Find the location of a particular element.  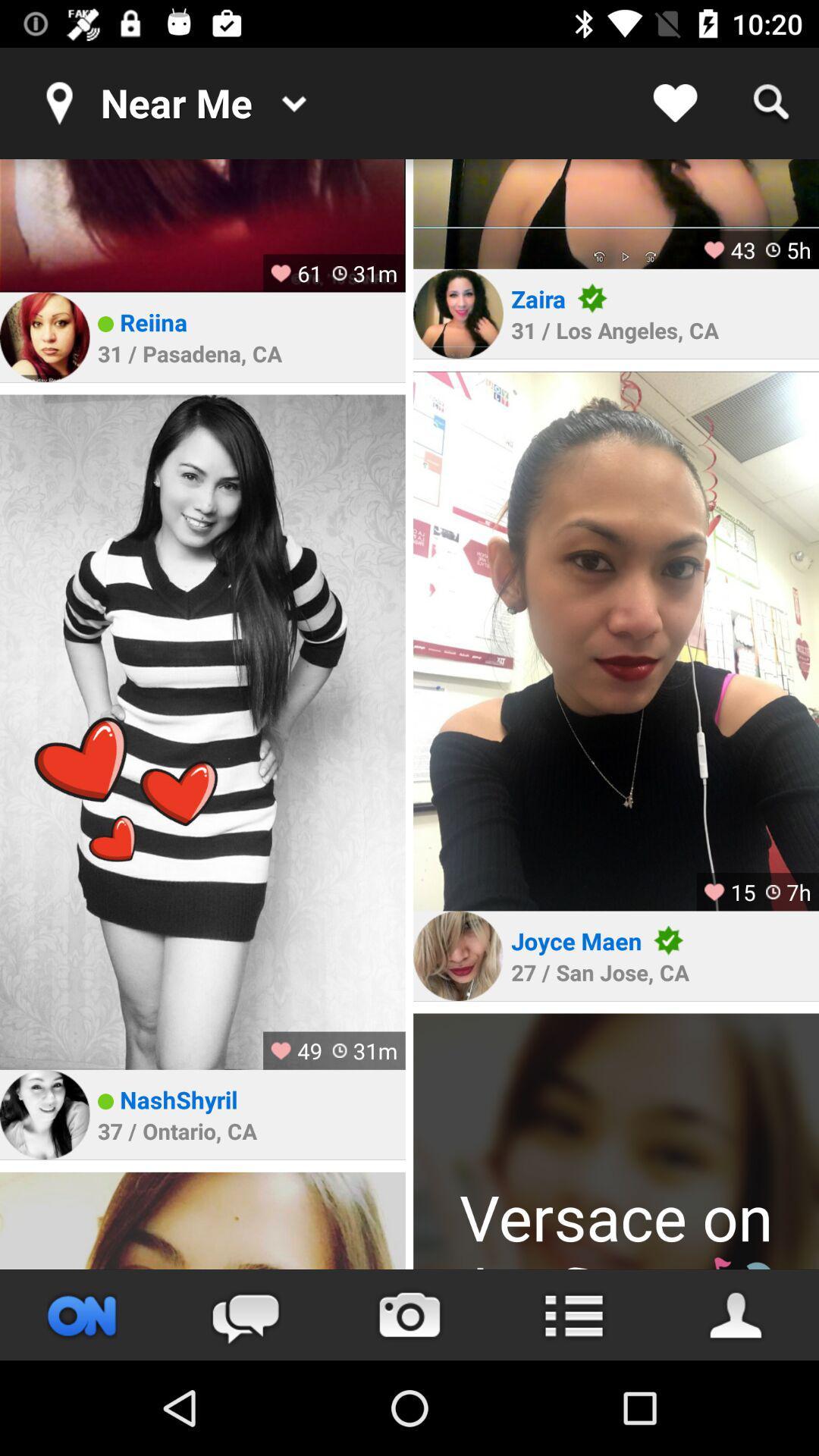

profile image select is located at coordinates (202, 224).